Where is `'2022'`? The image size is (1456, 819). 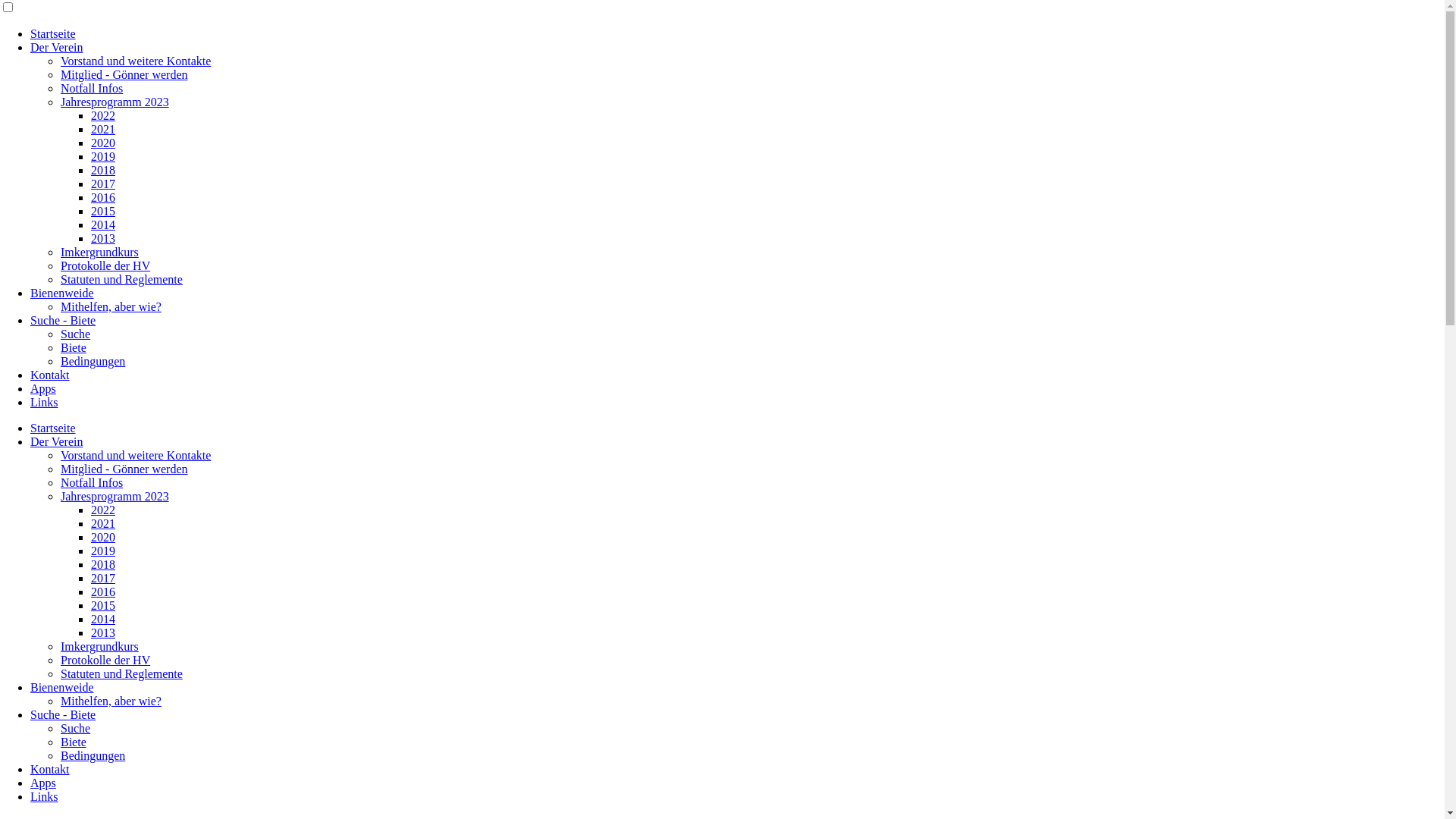 '2022' is located at coordinates (102, 115).